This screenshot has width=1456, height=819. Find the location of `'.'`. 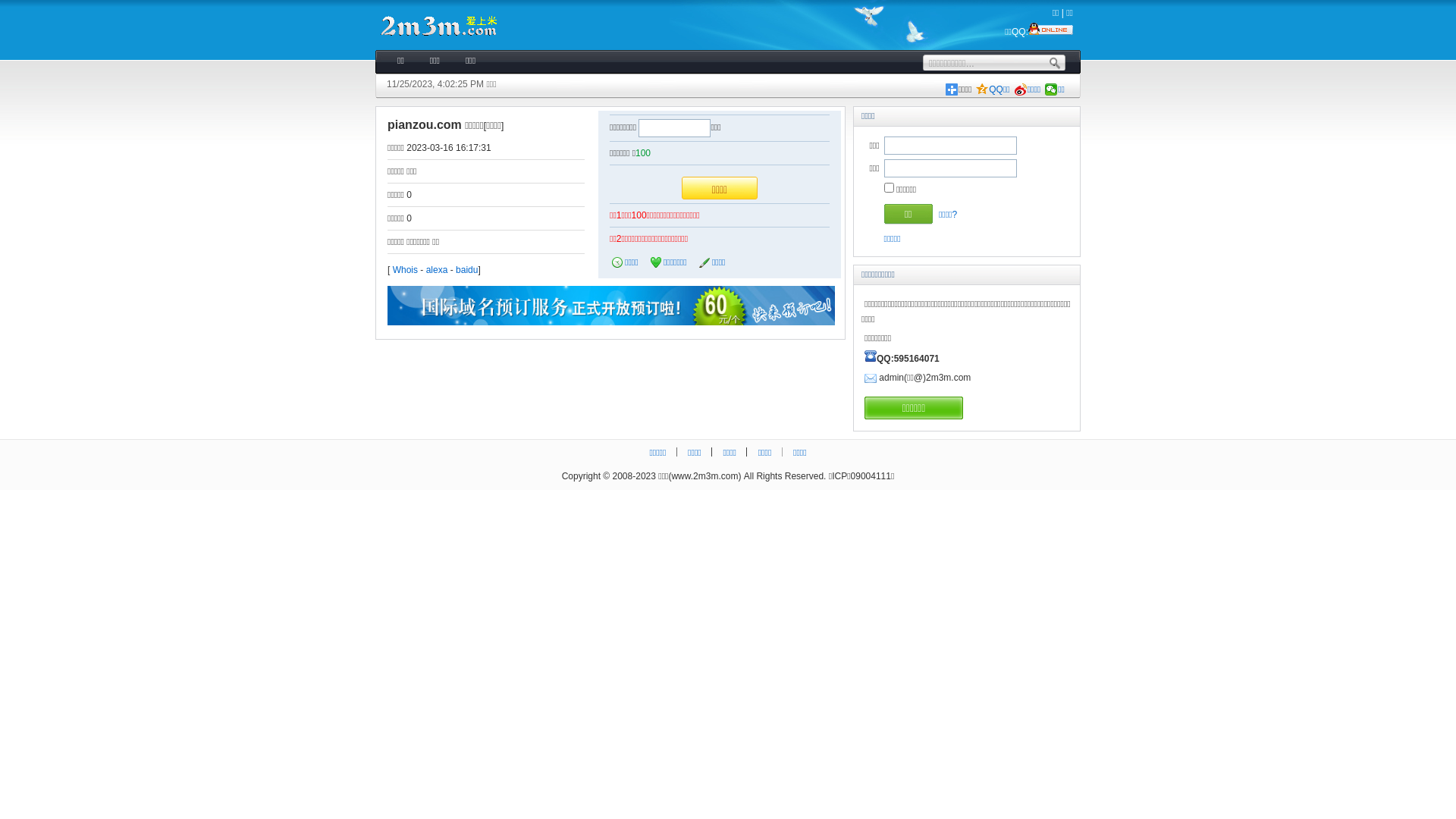

'.' is located at coordinates (1053, 61).